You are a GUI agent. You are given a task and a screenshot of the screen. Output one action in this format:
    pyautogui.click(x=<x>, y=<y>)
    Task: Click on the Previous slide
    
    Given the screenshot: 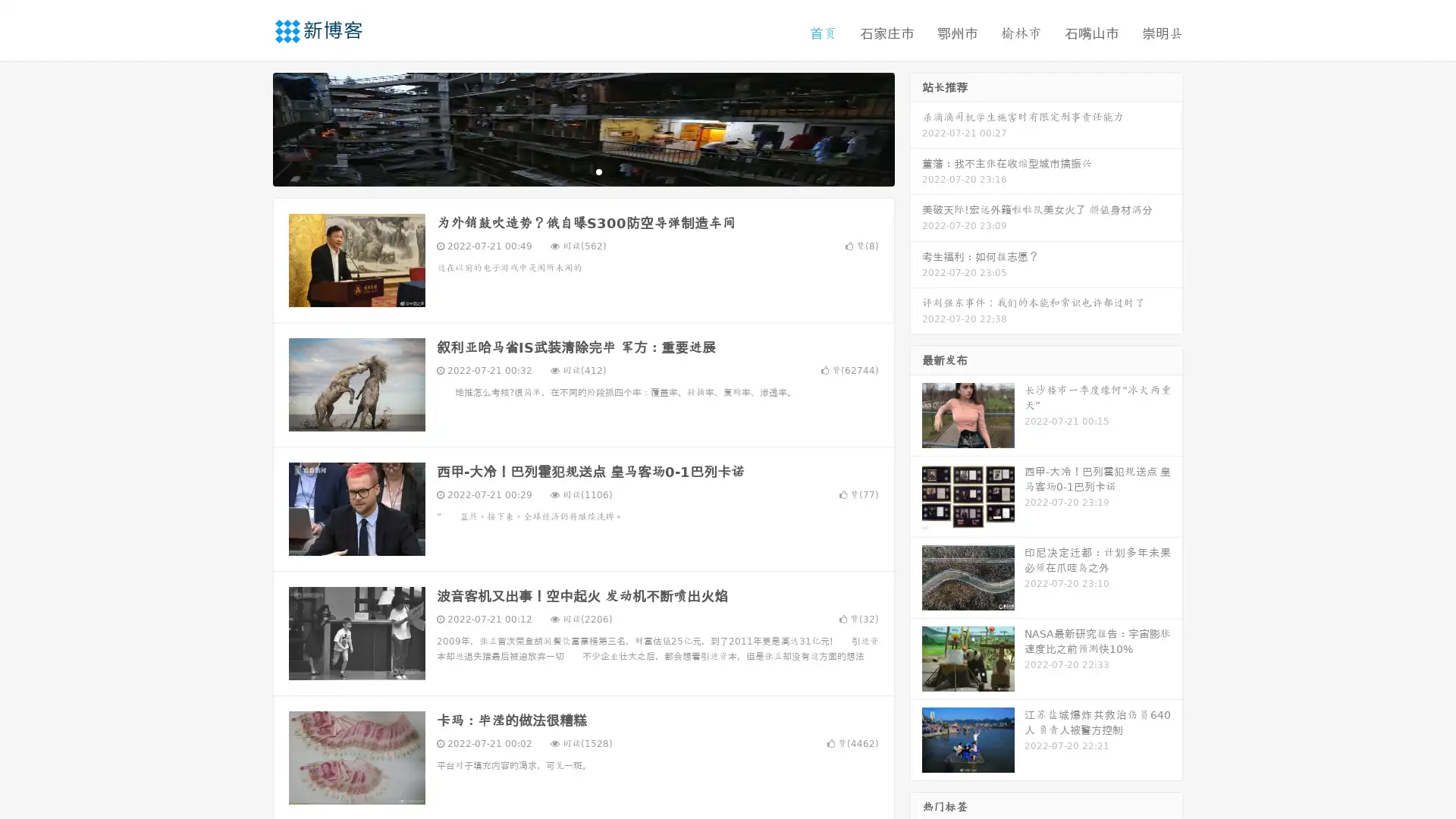 What is the action you would take?
    pyautogui.click(x=250, y=127)
    